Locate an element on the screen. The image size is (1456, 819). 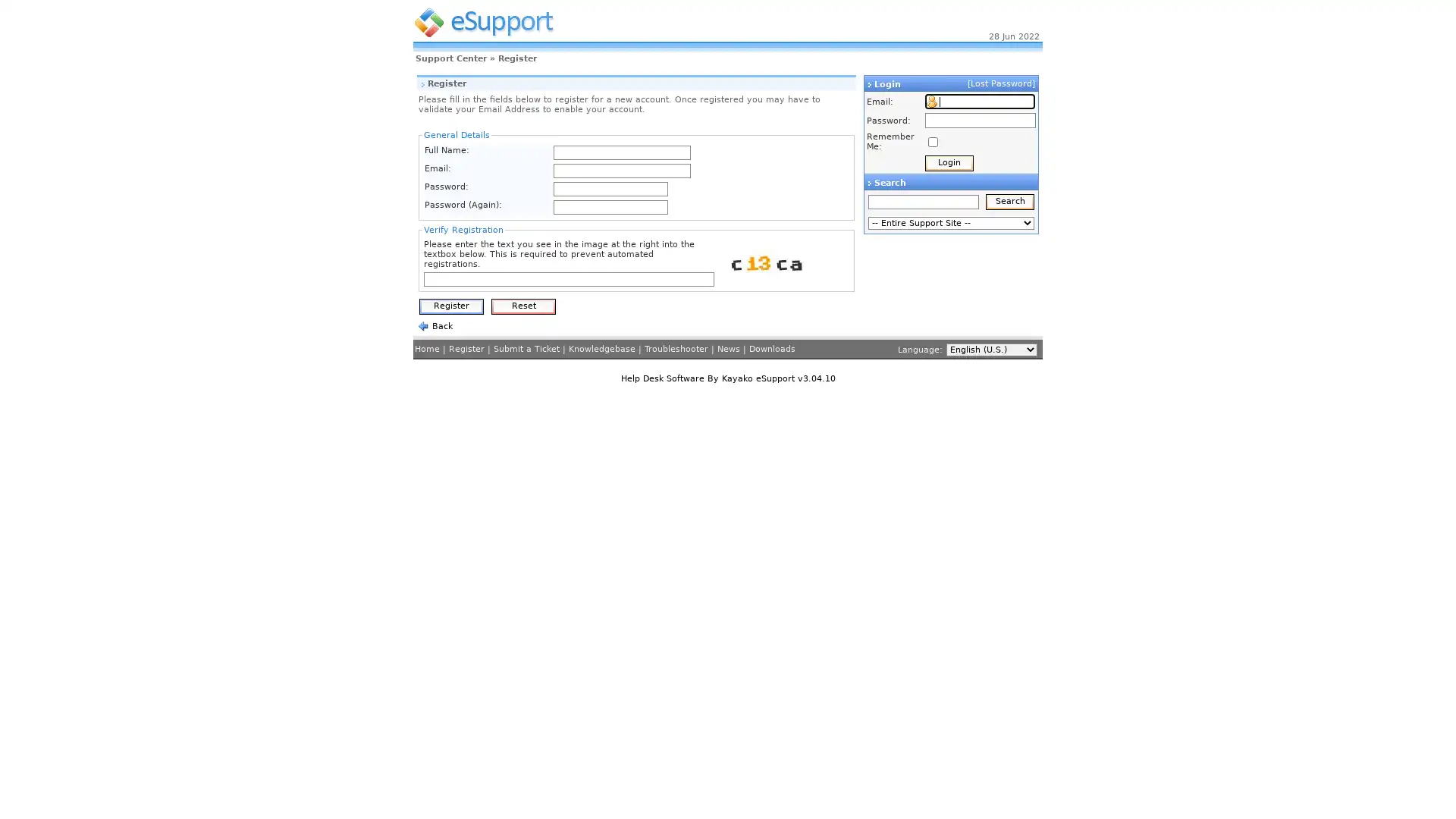
Register is located at coordinates (450, 306).